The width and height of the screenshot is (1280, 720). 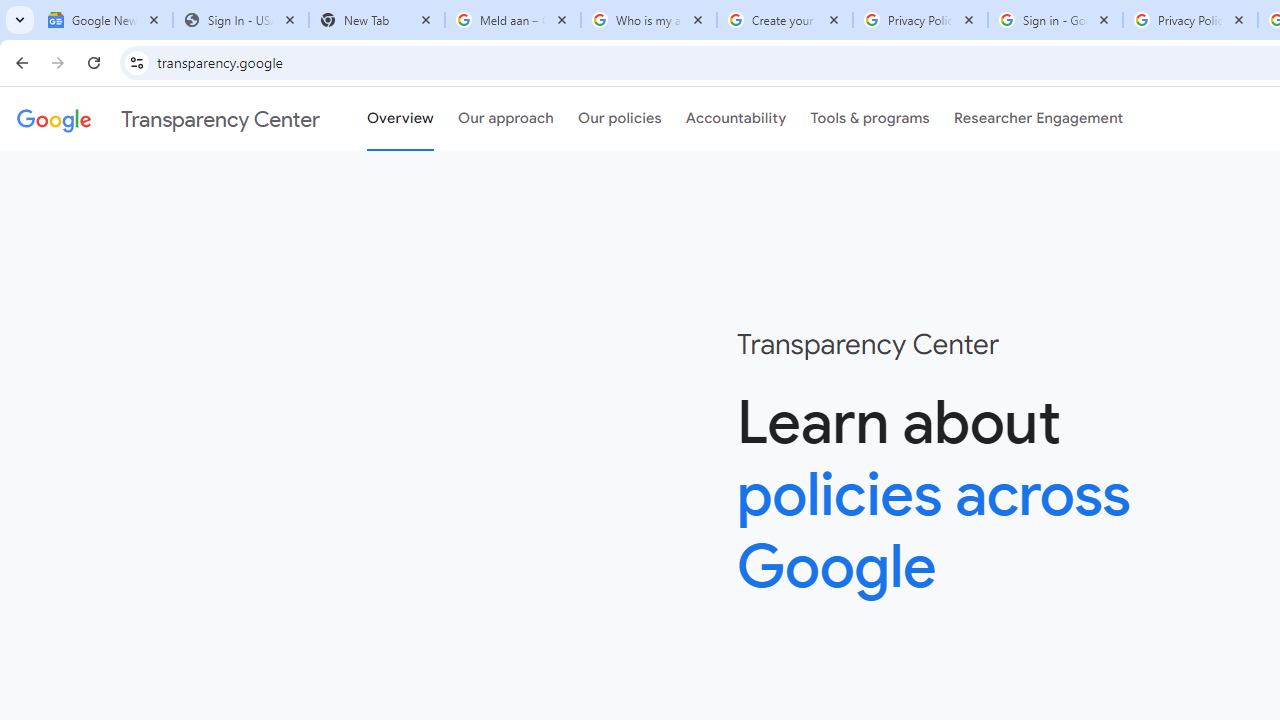 I want to click on 'Researcher Engagement', so click(x=1038, y=119).